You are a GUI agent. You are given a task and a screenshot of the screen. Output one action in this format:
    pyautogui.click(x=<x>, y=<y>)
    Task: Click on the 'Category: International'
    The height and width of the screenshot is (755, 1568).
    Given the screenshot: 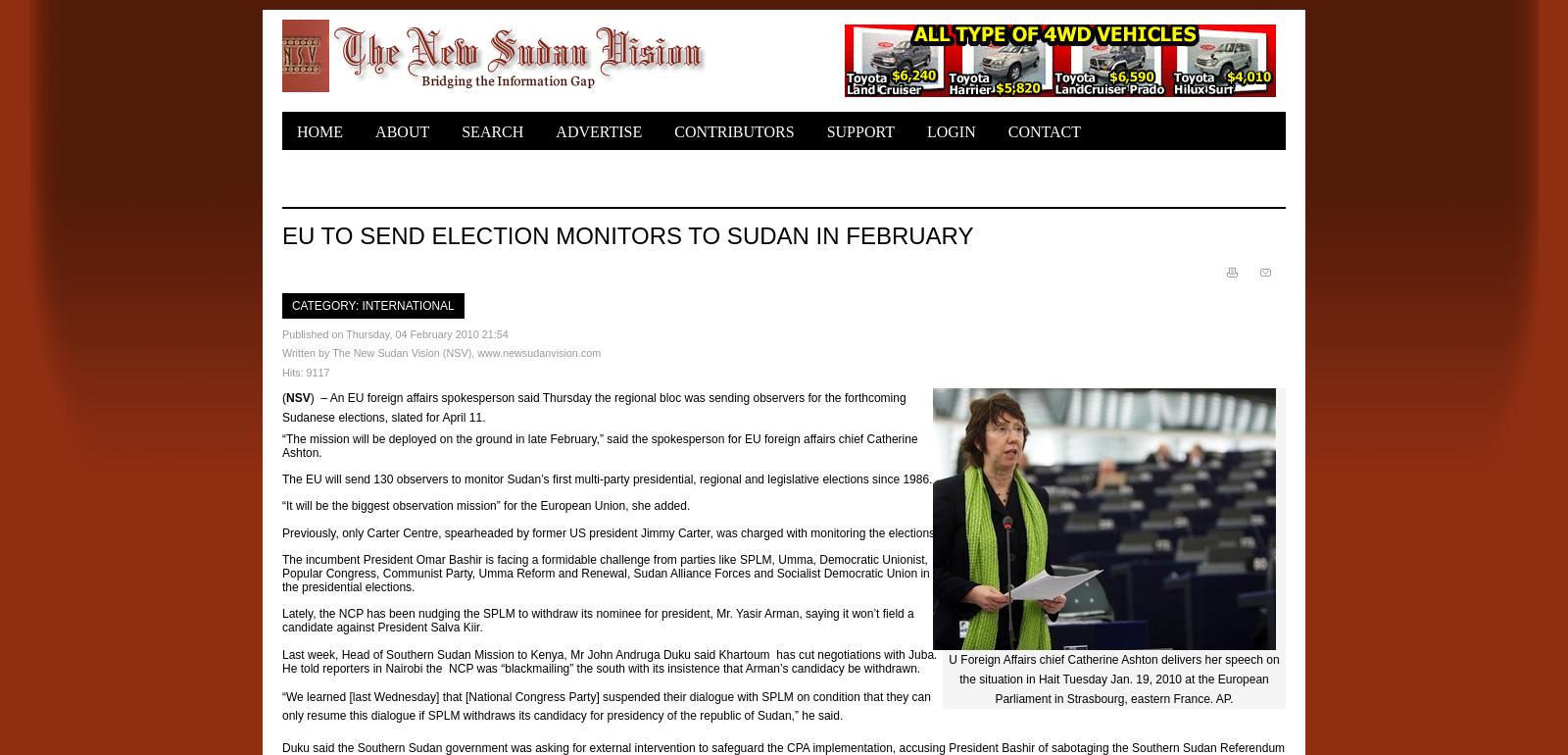 What is the action you would take?
    pyautogui.click(x=372, y=305)
    